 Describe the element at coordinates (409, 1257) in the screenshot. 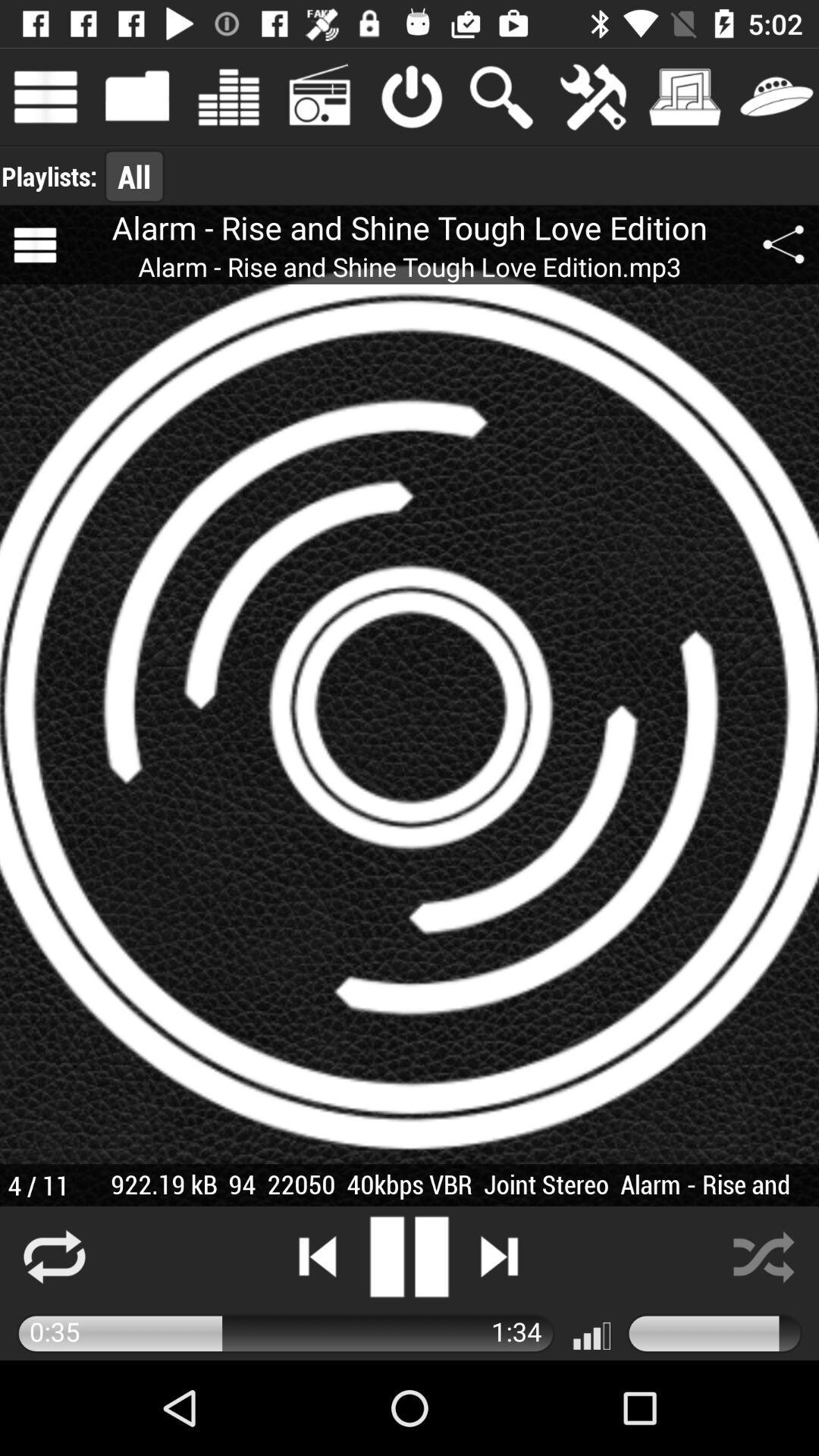

I see `the pause icon` at that location.